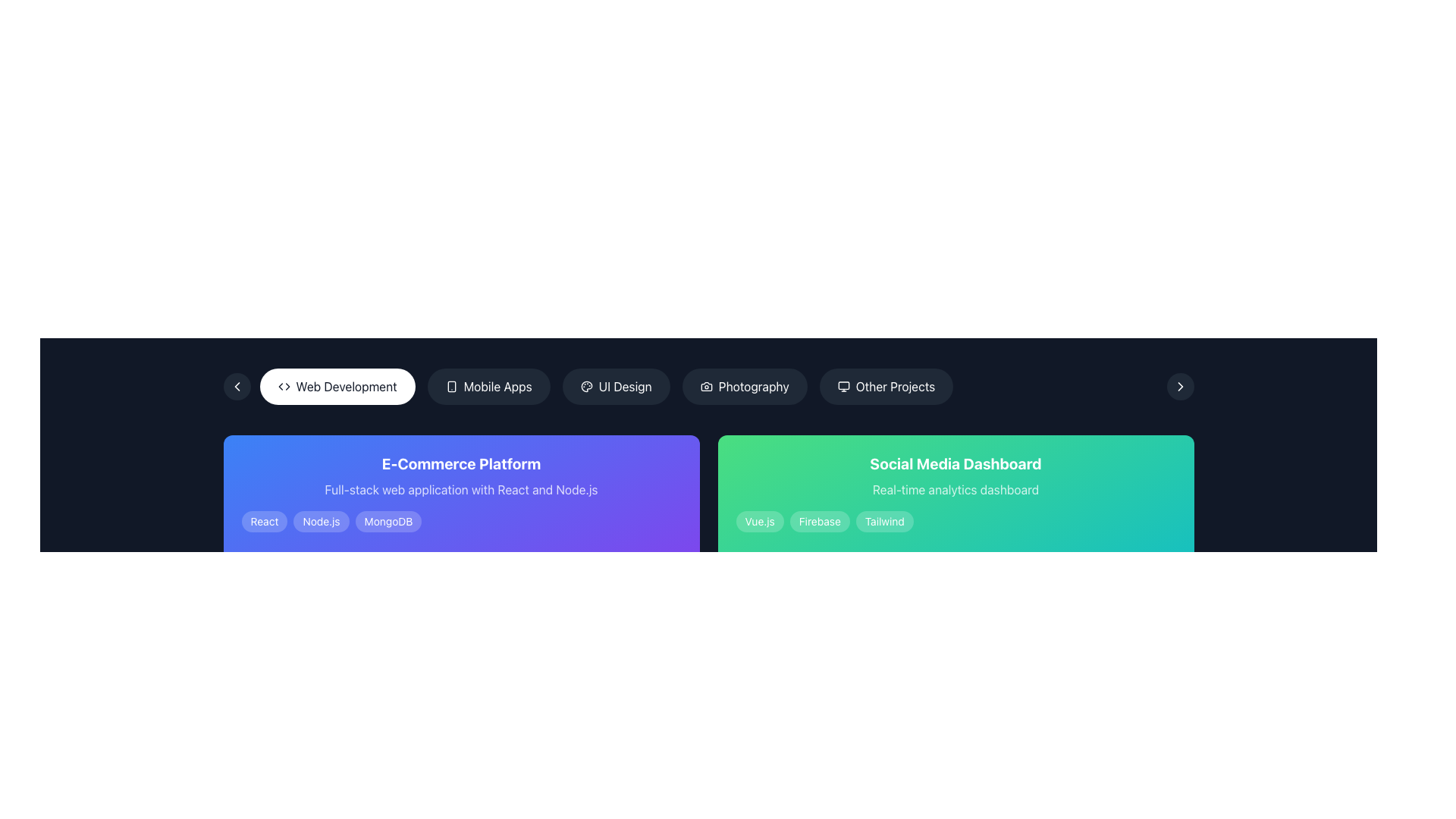 This screenshot has width=1456, height=819. What do you see at coordinates (284, 385) in the screenshot?
I see `the code symbol icon represented by the angled brackets ('<', '>') located to the left of the text 'Web Development' in the navigation menu` at bounding box center [284, 385].